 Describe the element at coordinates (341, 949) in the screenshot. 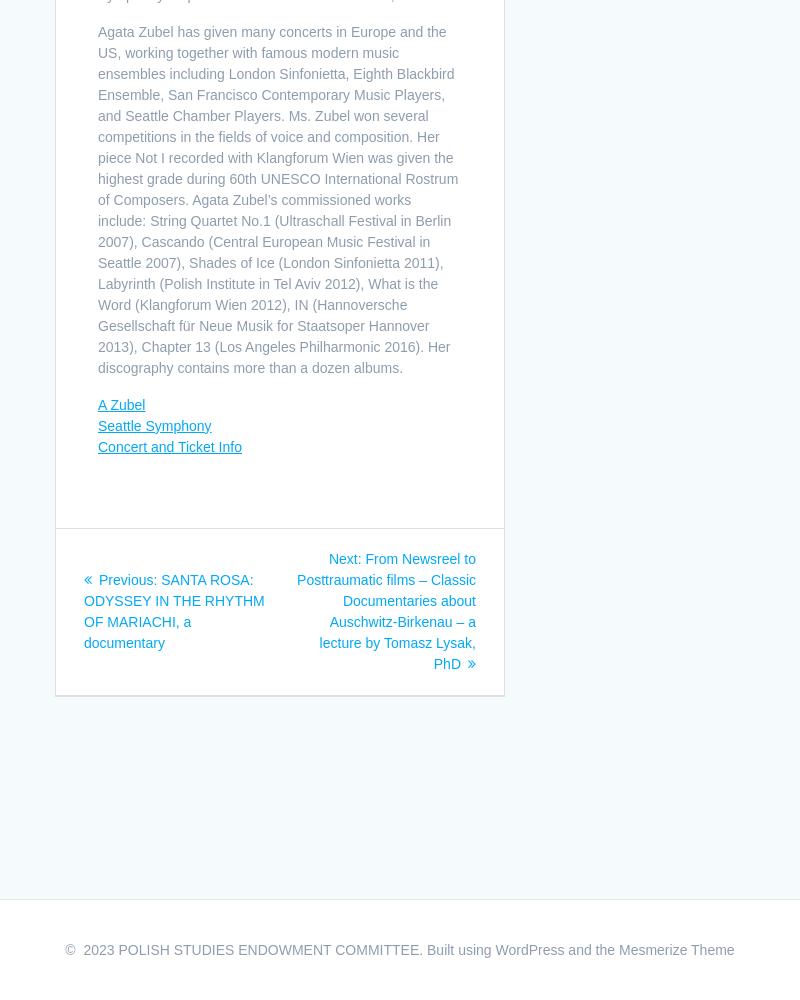

I see `'©  2023 POLISH STUDIES ENDOWMENT COMMITTEE. Built using WordPress and the'` at that location.